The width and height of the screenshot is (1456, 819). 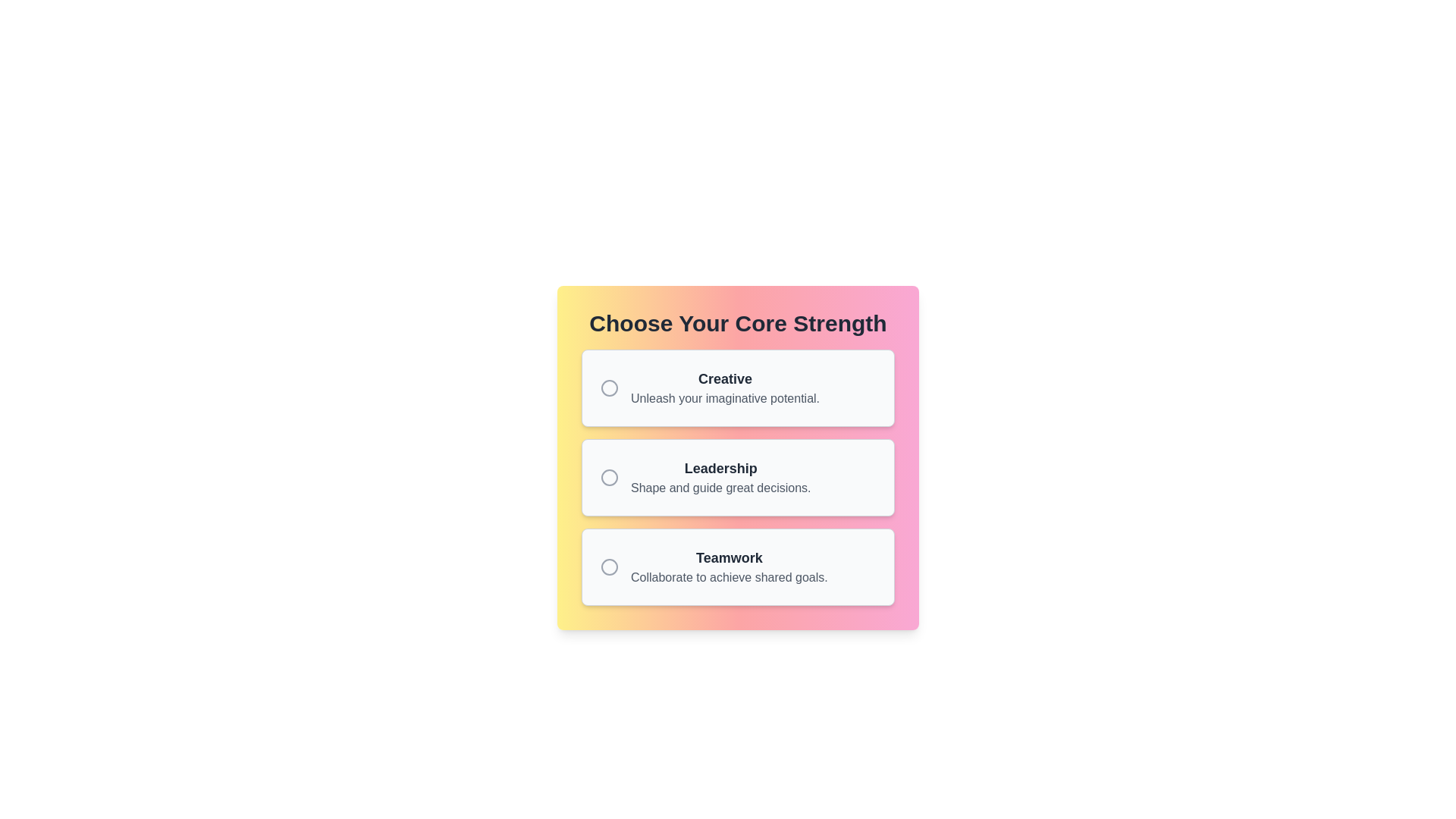 I want to click on text label representing the title and description of the 'Teamwork' option, which is located in the last selectable panel, below 'Leadership' and above the bottom edge of the component, so click(x=729, y=567).